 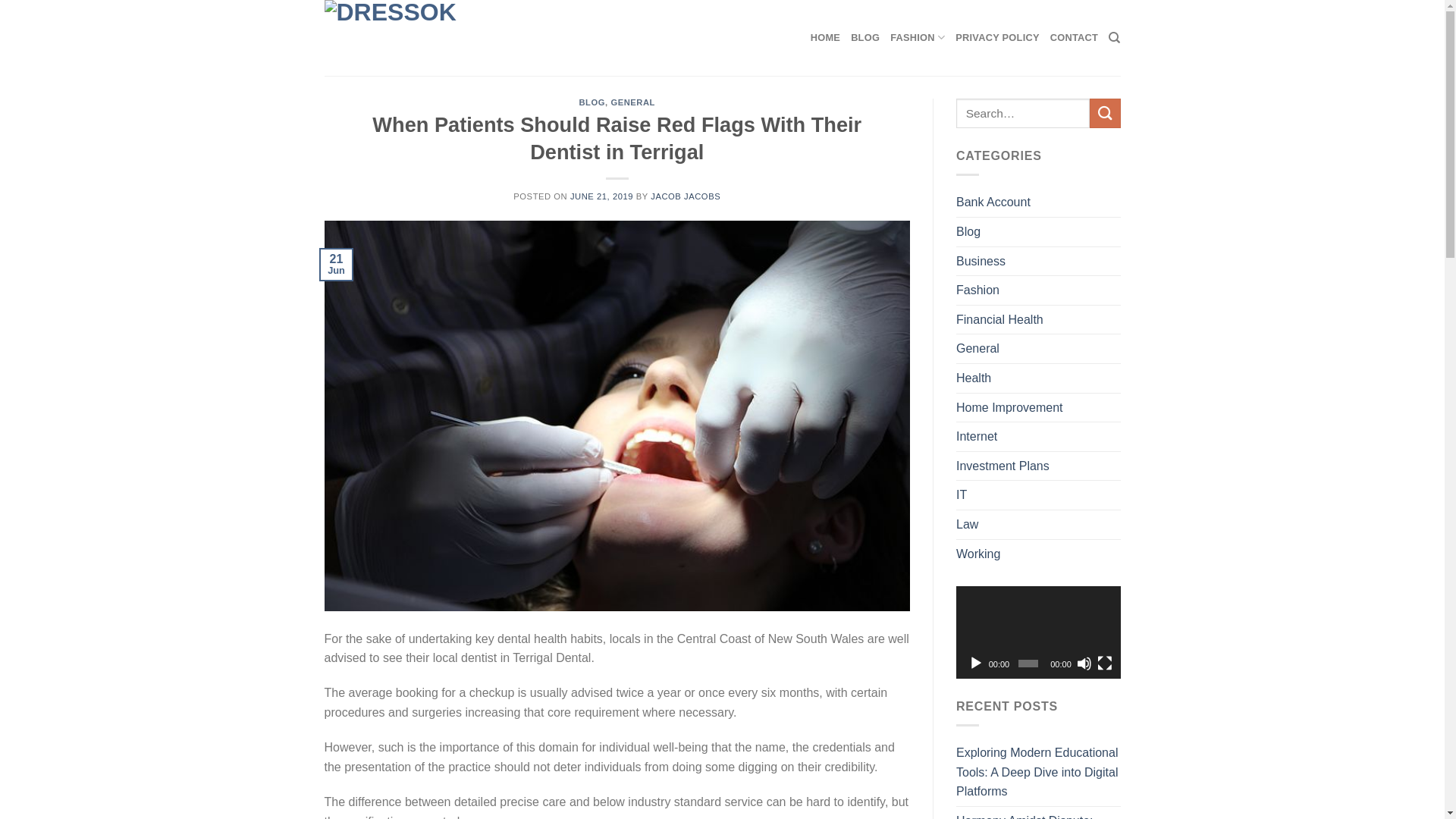 What do you see at coordinates (966, 523) in the screenshot?
I see `'Law'` at bounding box center [966, 523].